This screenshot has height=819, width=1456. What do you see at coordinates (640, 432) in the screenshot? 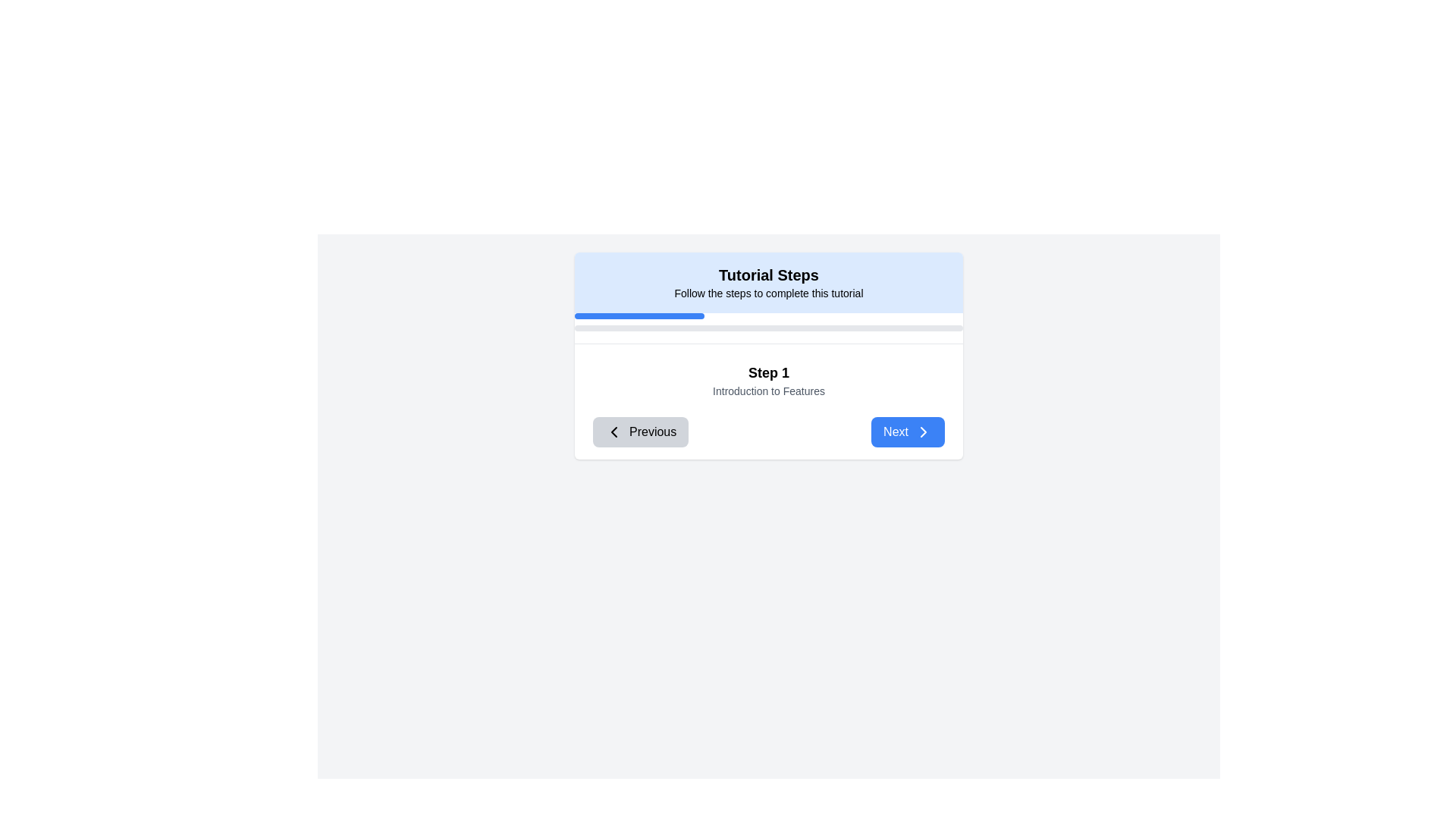
I see `the 'Previous' button, which has a gray background and a left-chevron icon` at bounding box center [640, 432].